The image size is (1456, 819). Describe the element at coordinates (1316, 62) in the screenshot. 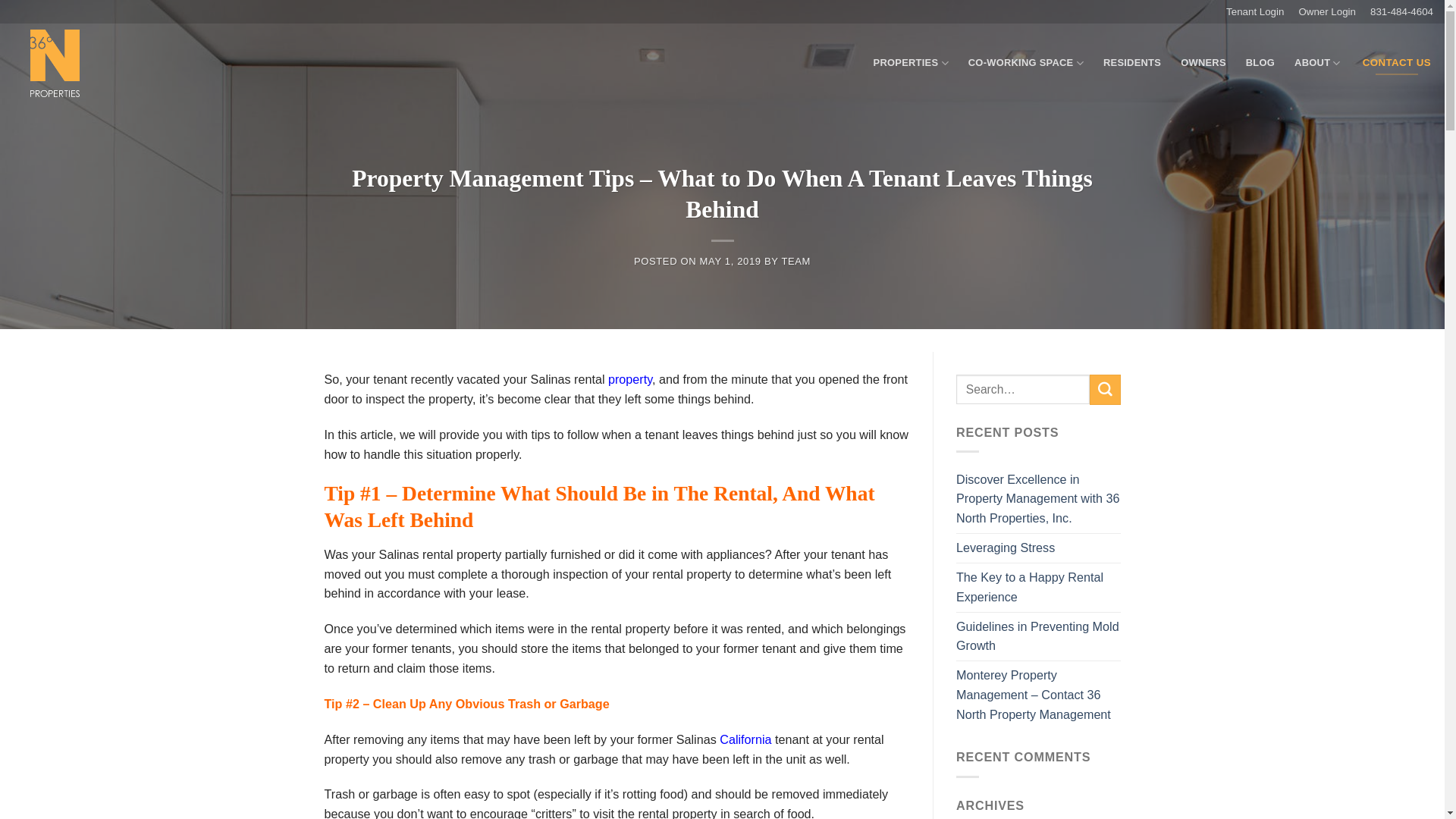

I see `'ABOUT'` at that location.